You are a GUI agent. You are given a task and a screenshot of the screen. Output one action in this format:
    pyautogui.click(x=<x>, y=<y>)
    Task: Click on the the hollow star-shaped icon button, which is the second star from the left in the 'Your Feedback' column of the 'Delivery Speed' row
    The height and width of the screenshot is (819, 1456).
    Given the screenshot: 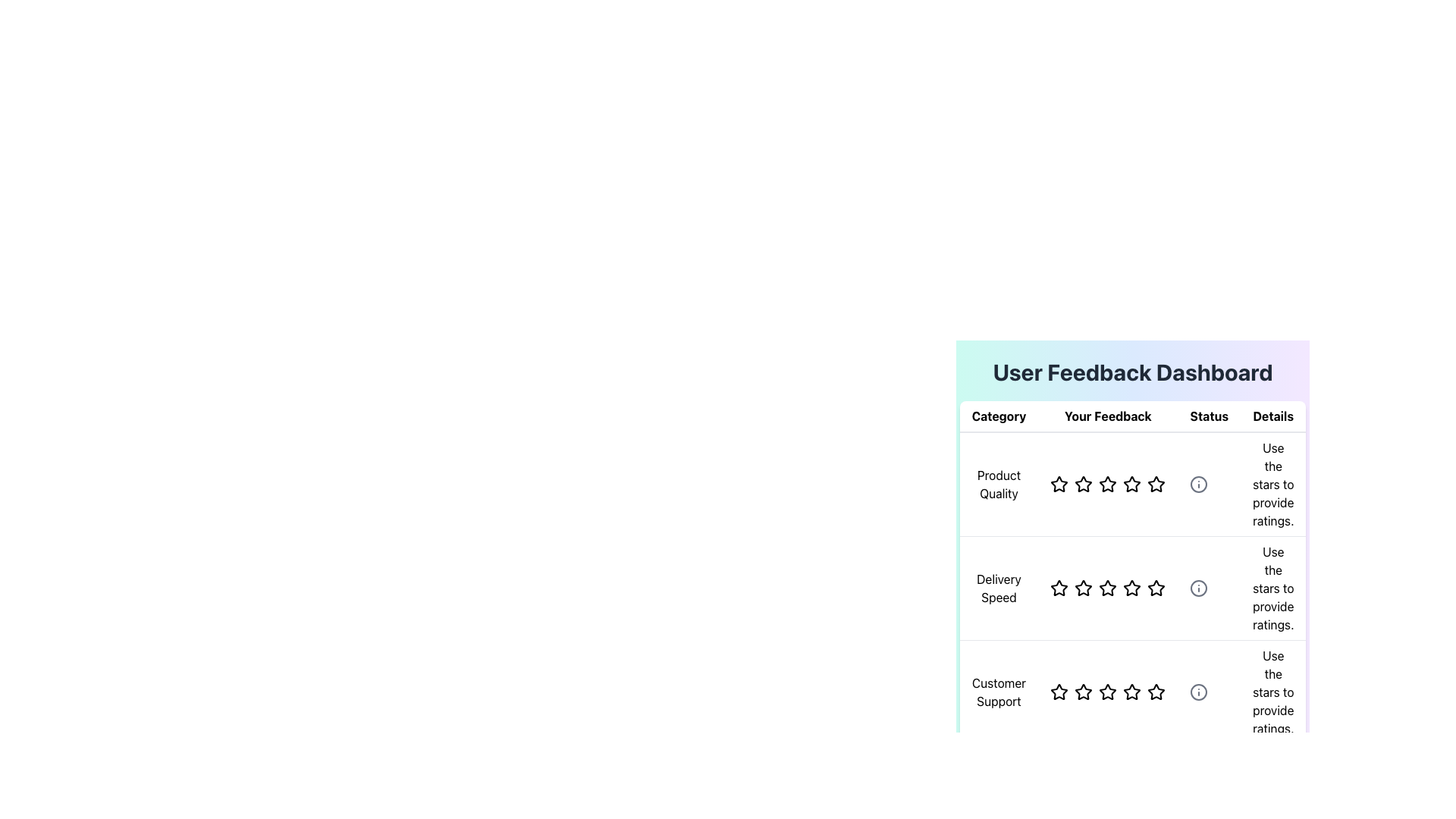 What is the action you would take?
    pyautogui.click(x=1083, y=587)
    